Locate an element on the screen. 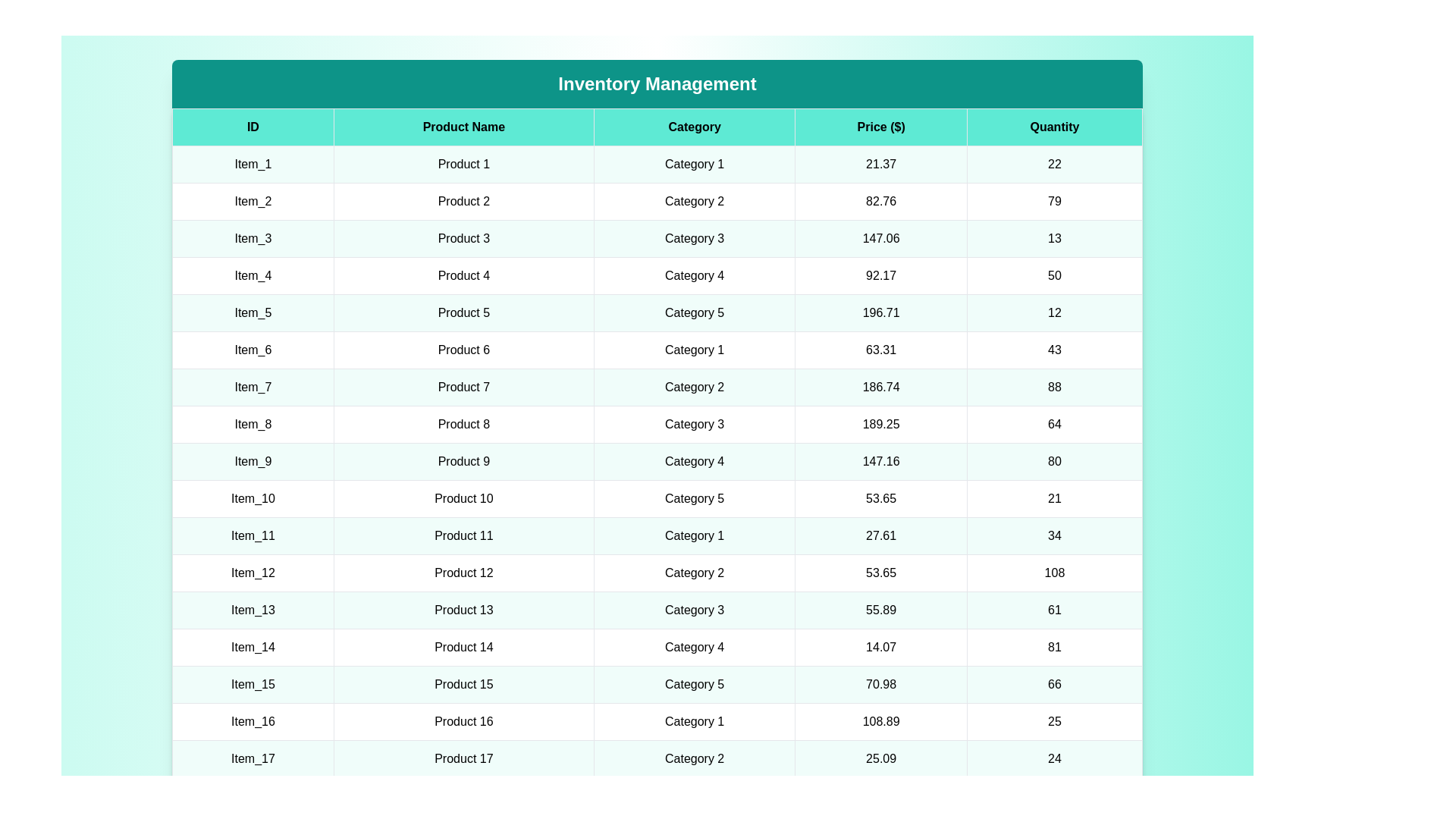 This screenshot has height=819, width=1456. the column header Category to sort the table by that column is located at coordinates (694, 127).